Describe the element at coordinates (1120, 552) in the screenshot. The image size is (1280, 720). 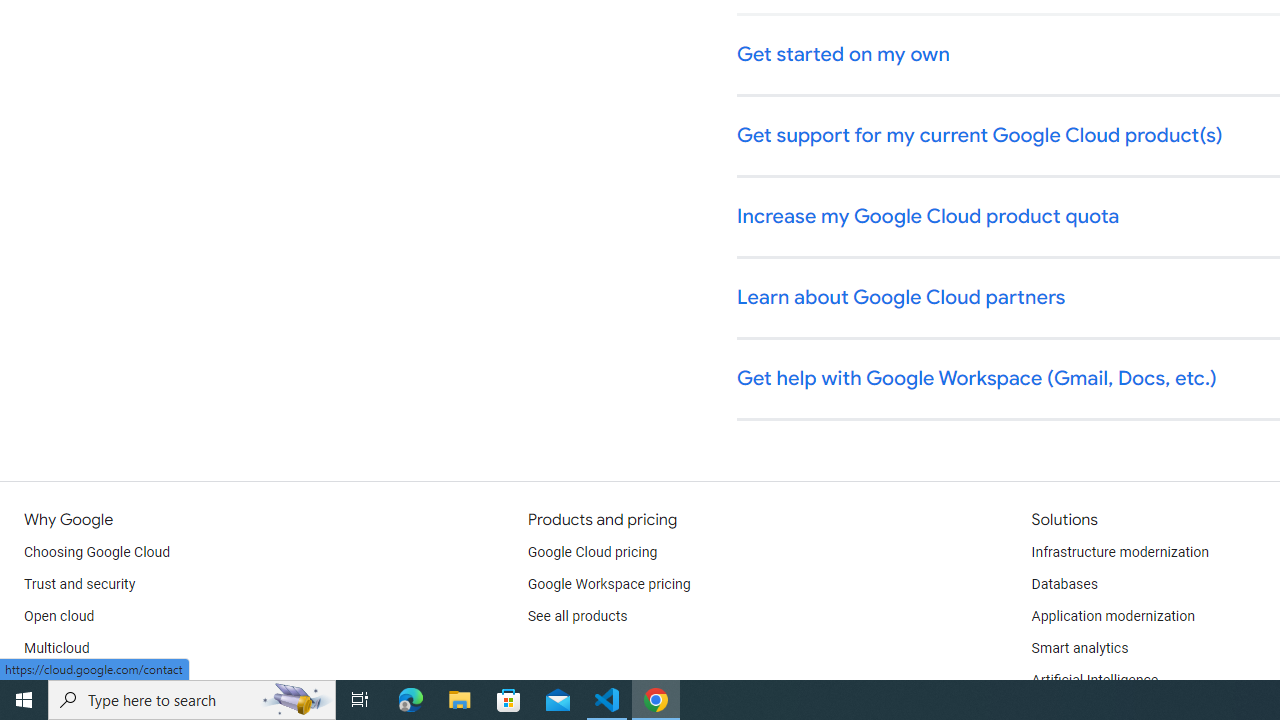
I see `'Infrastructure modernization'` at that location.